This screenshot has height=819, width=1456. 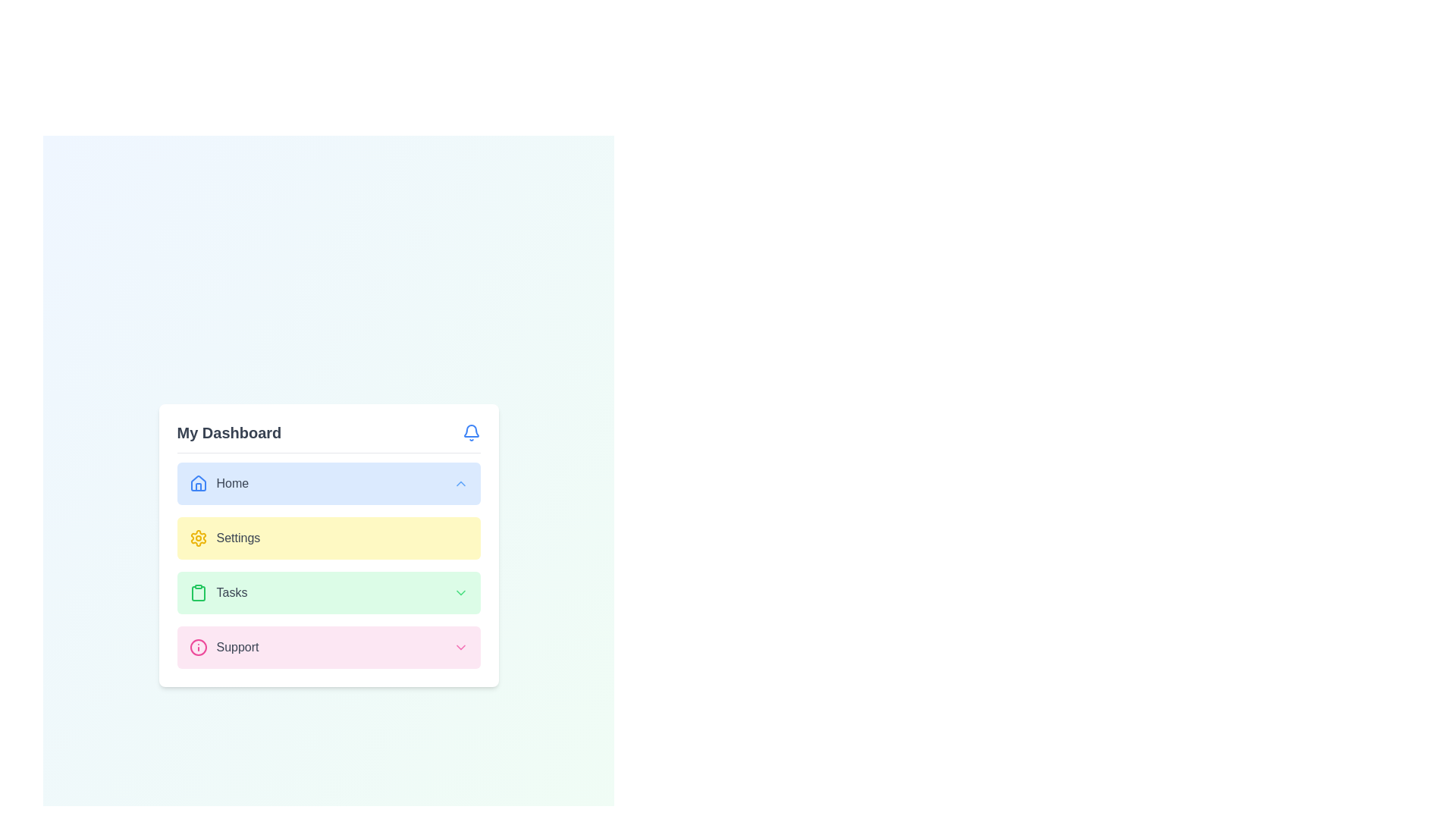 What do you see at coordinates (460, 591) in the screenshot?
I see `the green chevron-down icon located at the rightmost side of the 'Tasks' section` at bounding box center [460, 591].